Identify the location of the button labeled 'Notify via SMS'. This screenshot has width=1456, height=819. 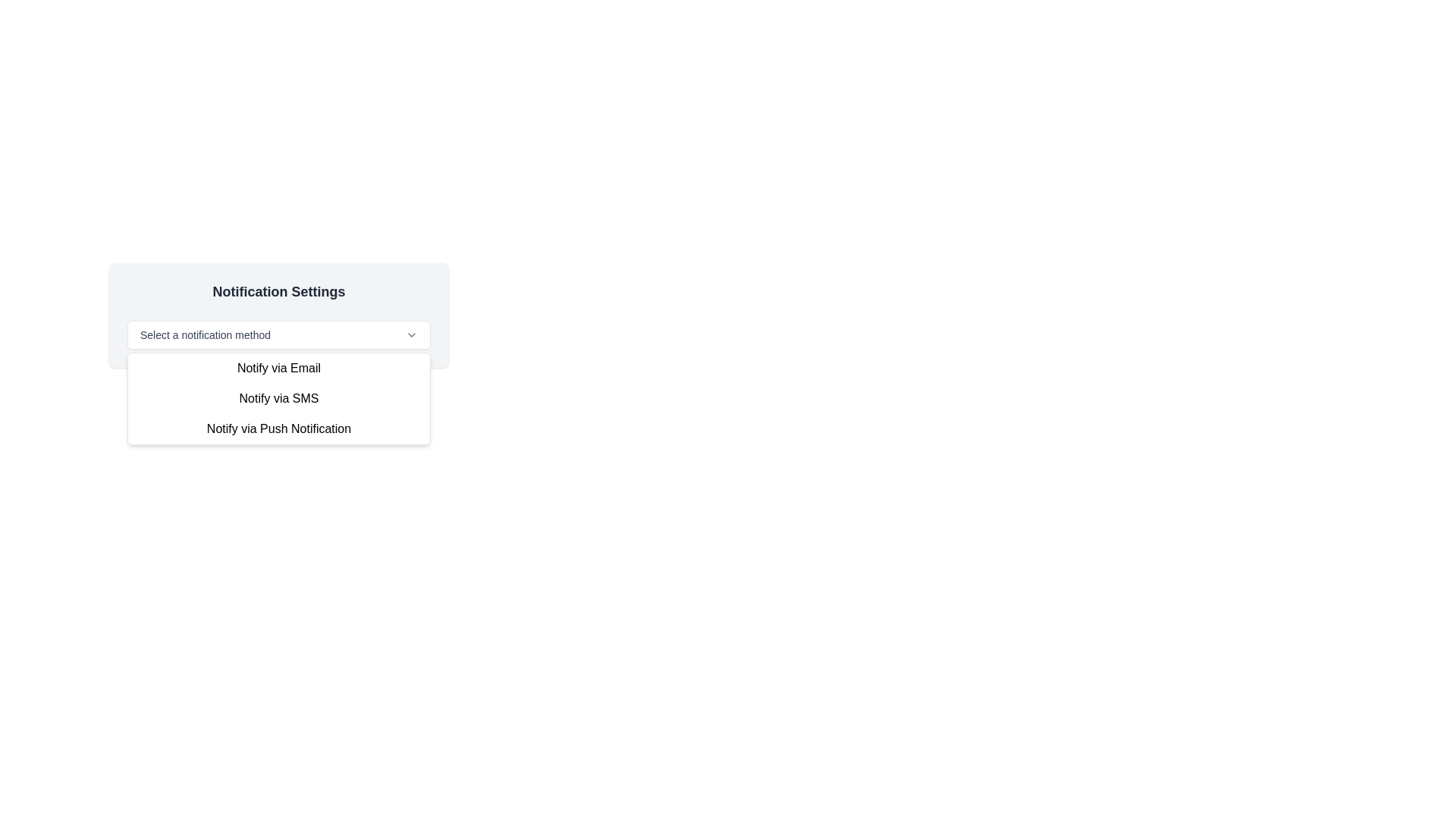
(279, 397).